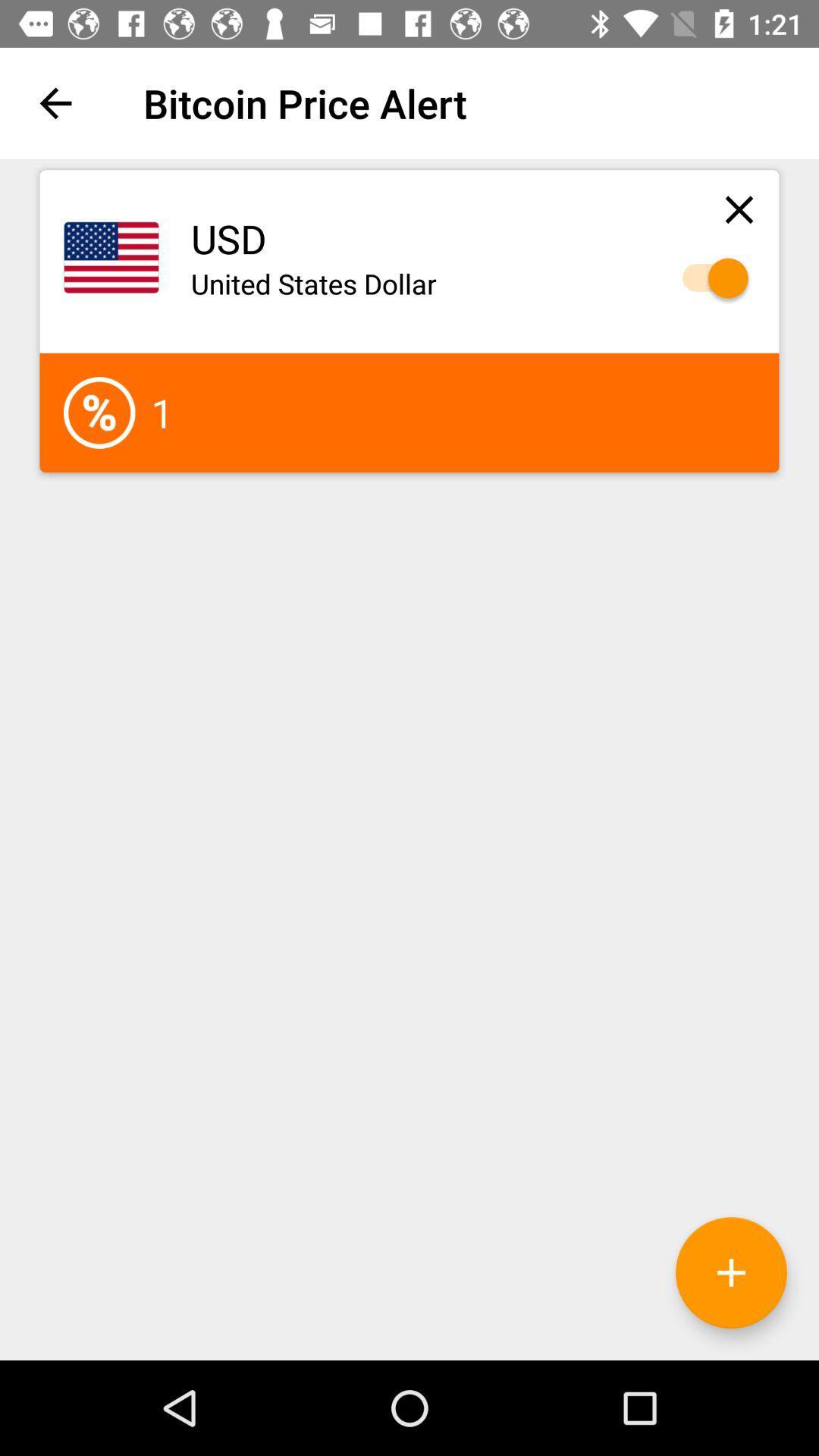 Image resolution: width=819 pixels, height=1456 pixels. Describe the element at coordinates (739, 209) in the screenshot. I see `window` at that location.